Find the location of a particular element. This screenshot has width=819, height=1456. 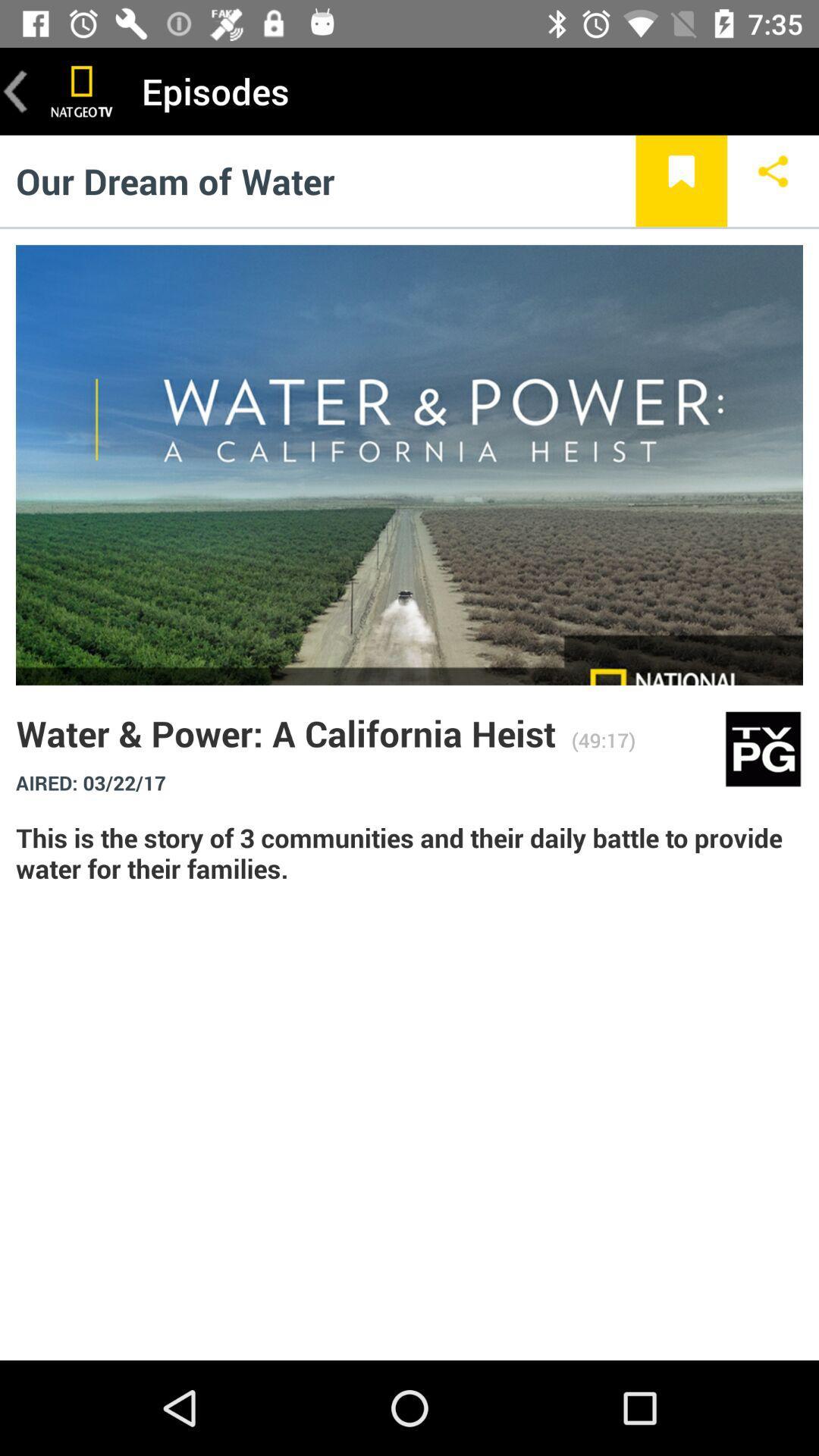

the item below the episodes is located at coordinates (773, 180).